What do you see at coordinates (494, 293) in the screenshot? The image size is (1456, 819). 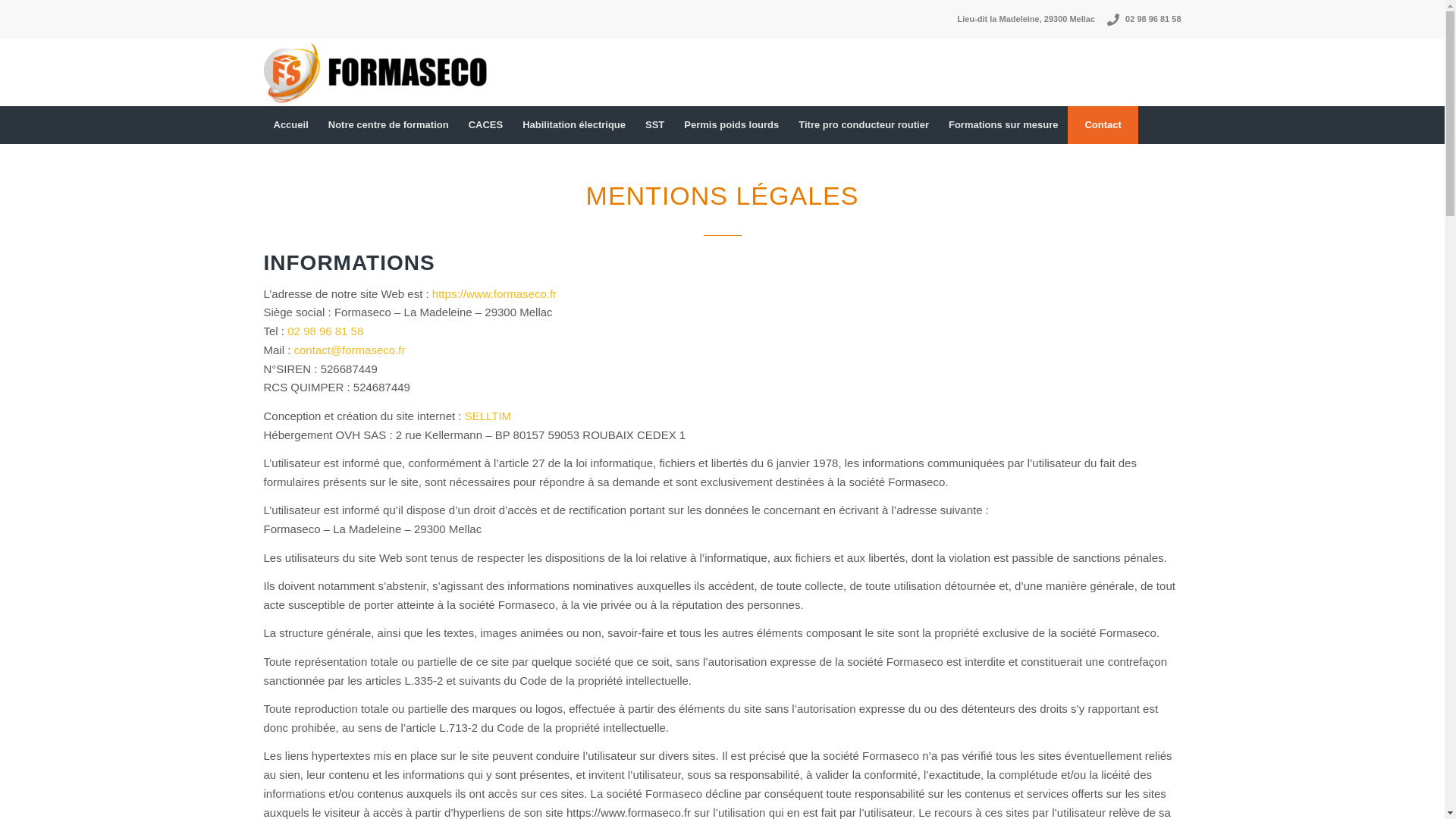 I see `'https://www.formaseco.fr'` at bounding box center [494, 293].